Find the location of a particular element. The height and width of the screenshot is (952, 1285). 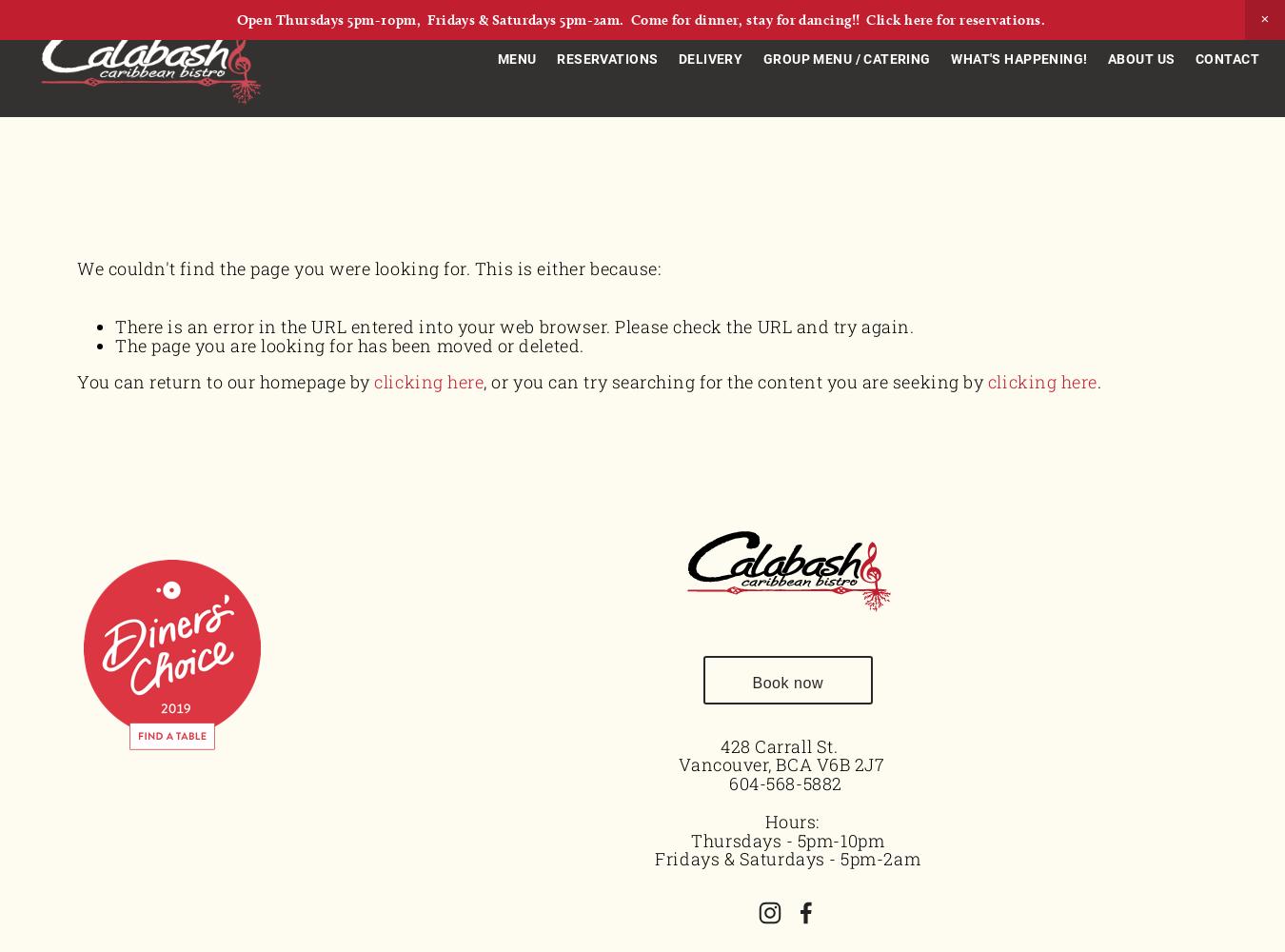

'Our Mission' is located at coordinates (1129, 79).